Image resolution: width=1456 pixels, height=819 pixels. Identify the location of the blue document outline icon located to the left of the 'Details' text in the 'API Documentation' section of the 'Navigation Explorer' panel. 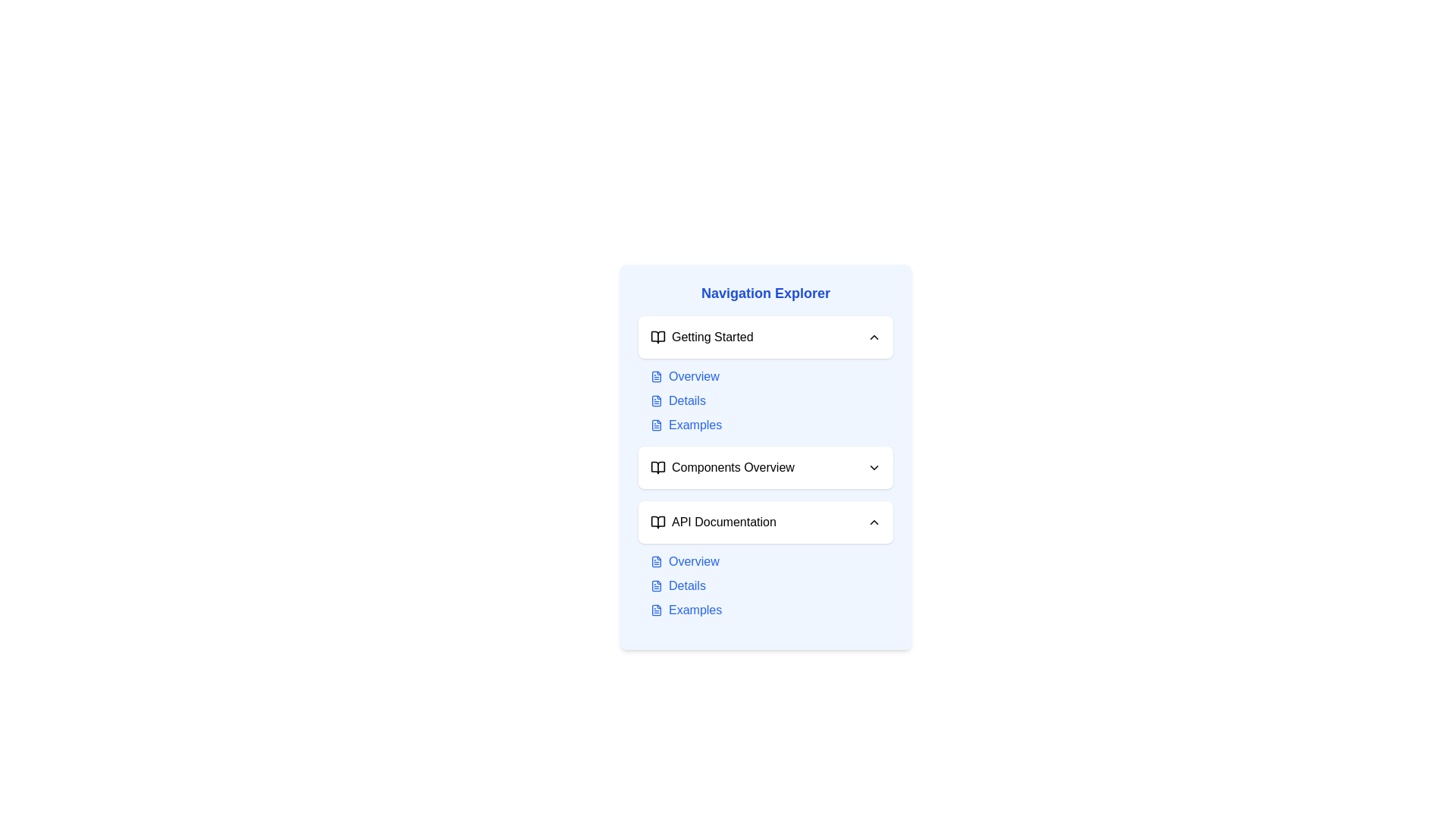
(656, 585).